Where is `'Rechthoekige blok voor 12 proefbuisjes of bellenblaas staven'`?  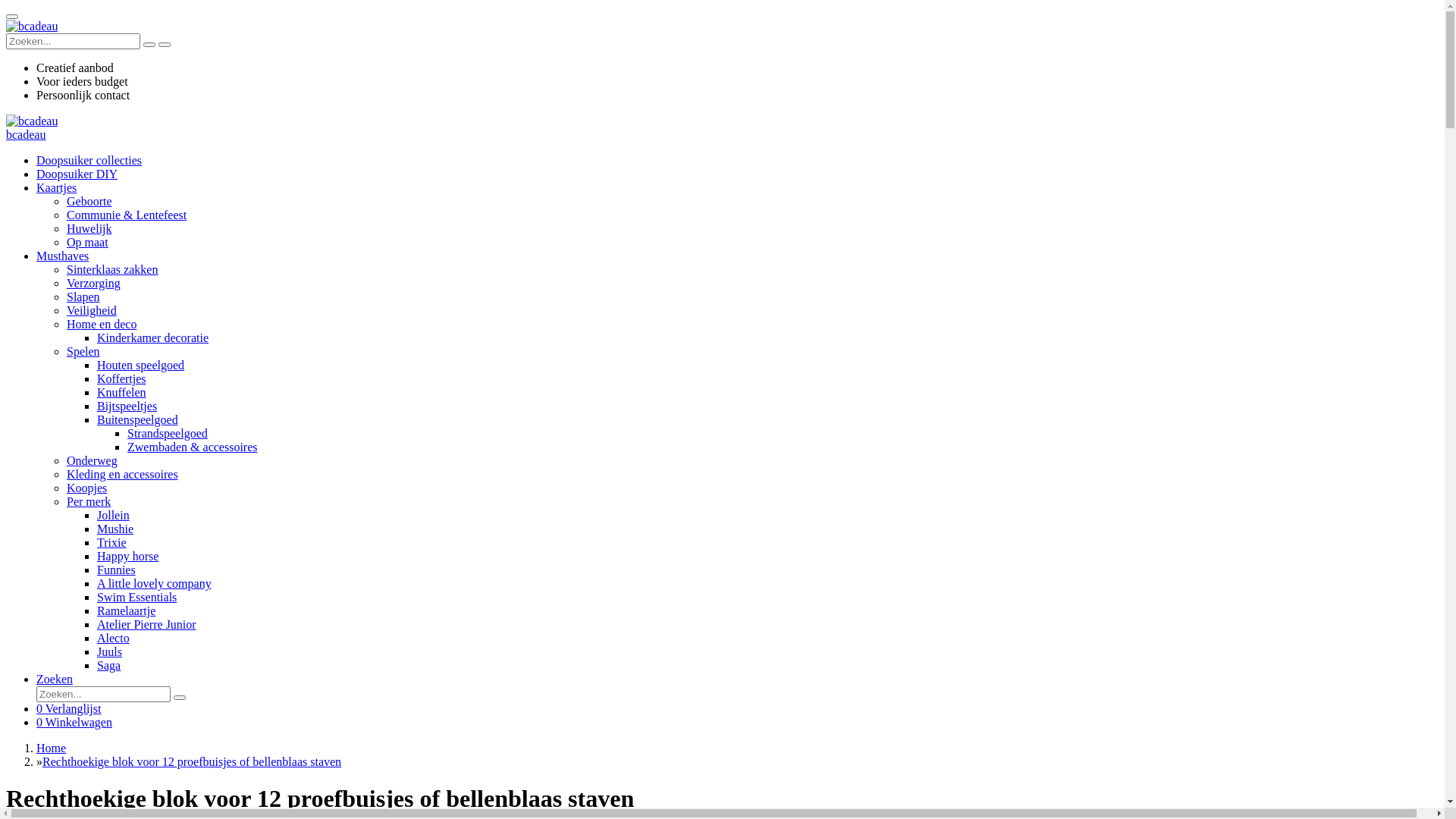 'Rechthoekige blok voor 12 proefbuisjes of bellenblaas staven' is located at coordinates (191, 761).